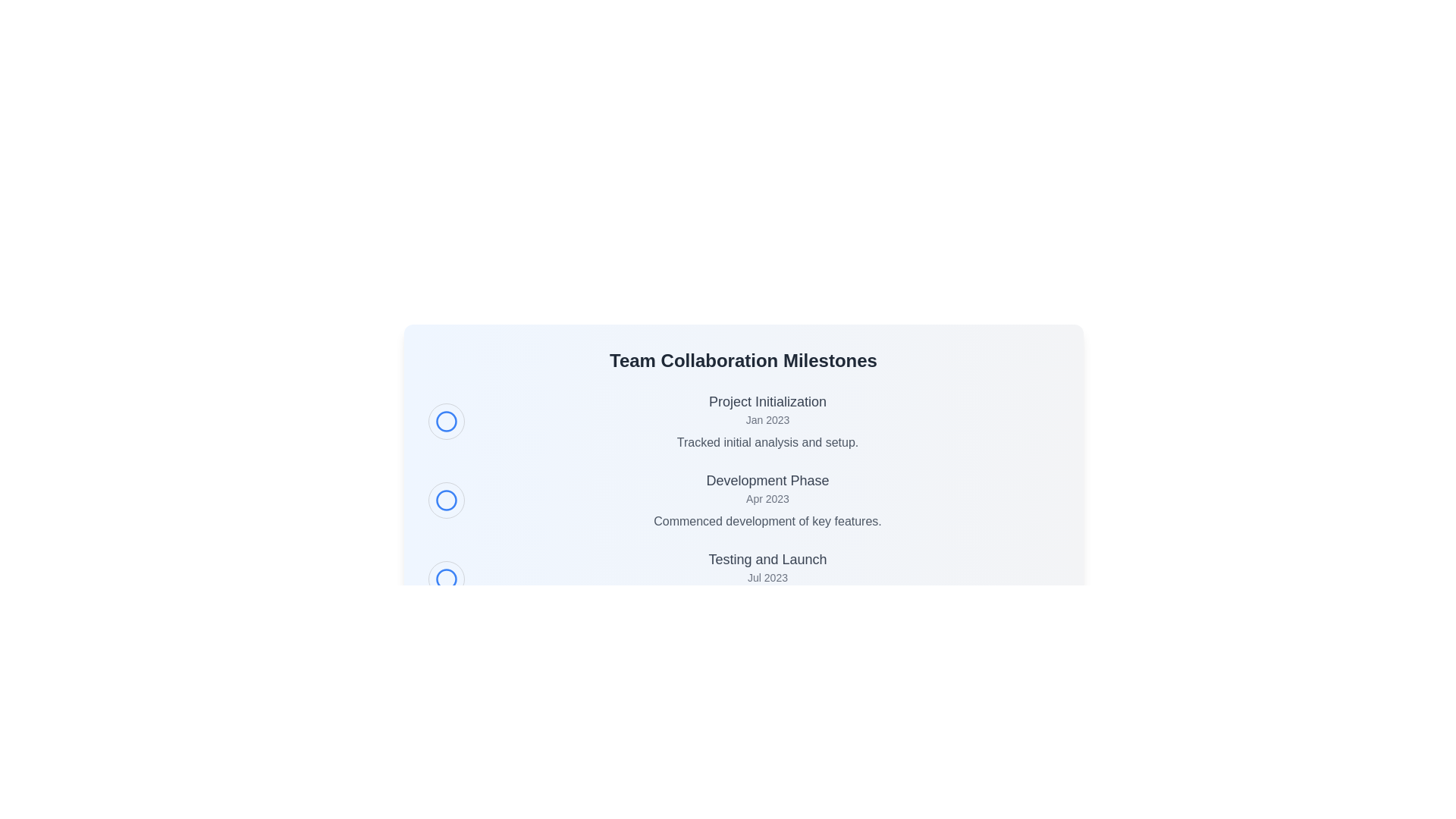 The width and height of the screenshot is (1456, 819). I want to click on textual content of the third Timeline Milestone Item, which provides information about a specific milestone including its title, date, and description, so click(743, 579).